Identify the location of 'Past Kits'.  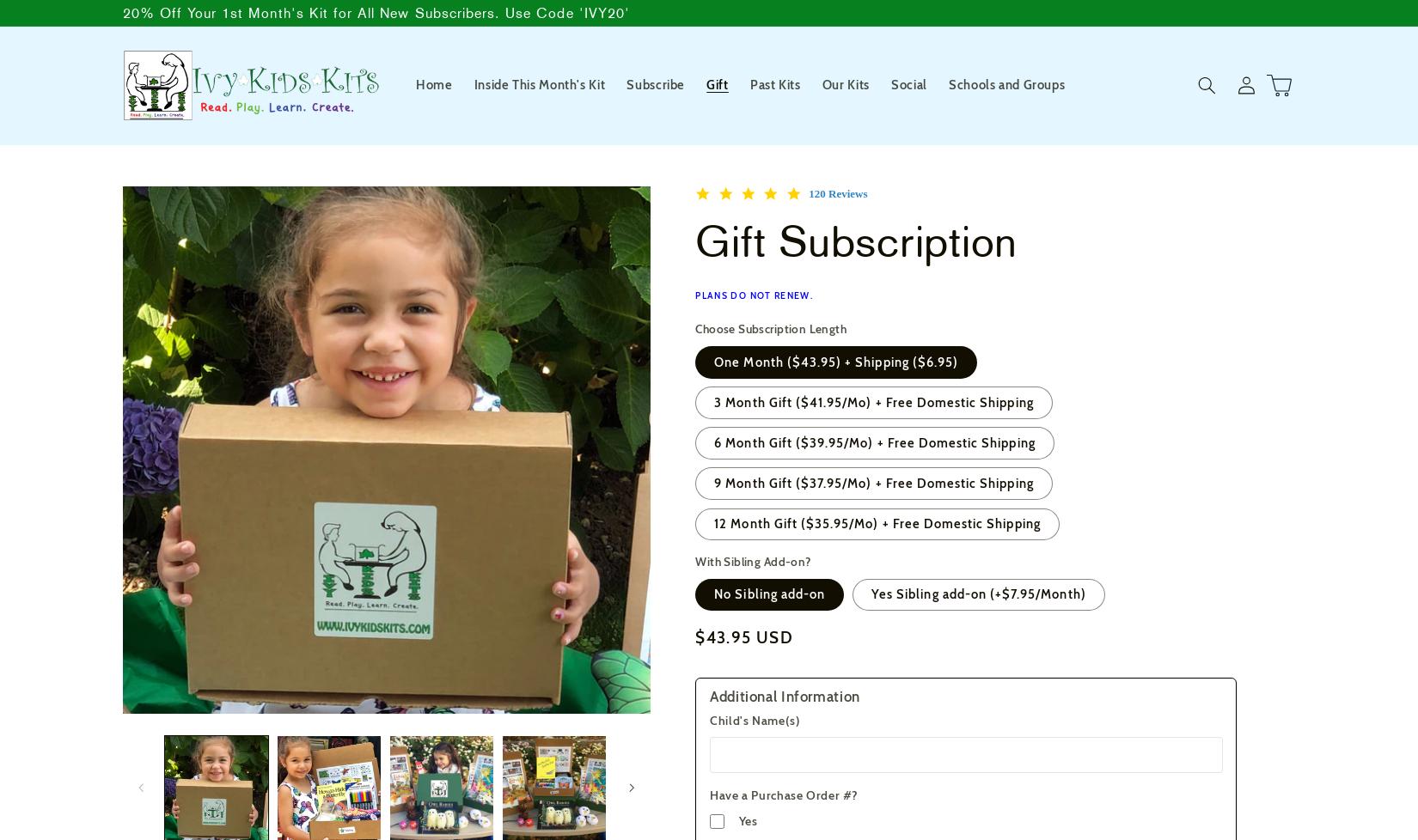
(774, 84).